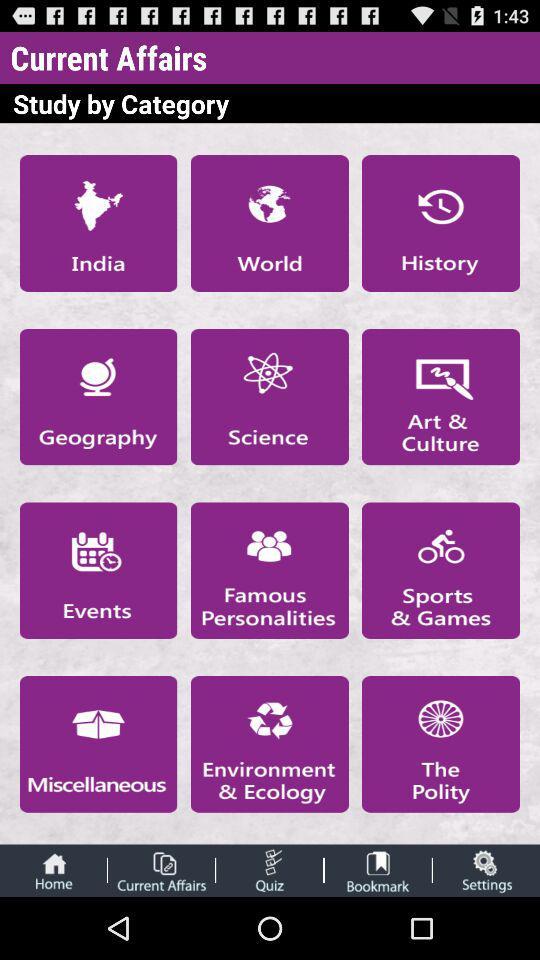 The width and height of the screenshot is (540, 960). I want to click on open geography category, so click(97, 396).